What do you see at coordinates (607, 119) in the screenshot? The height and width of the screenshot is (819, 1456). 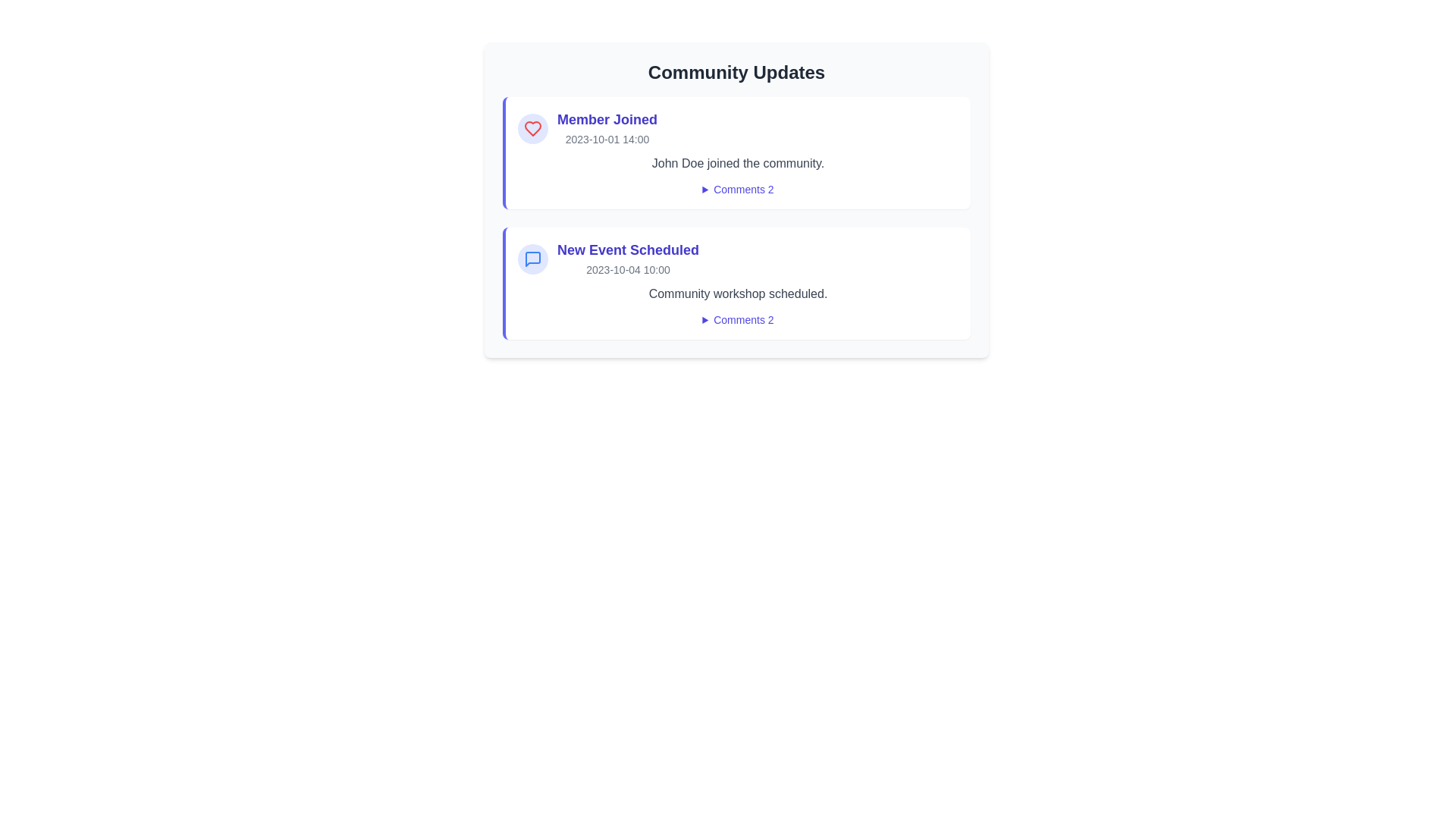 I see `the text label that serves as a header for the community update entry, summarizing the update about a new member joining the community` at bounding box center [607, 119].